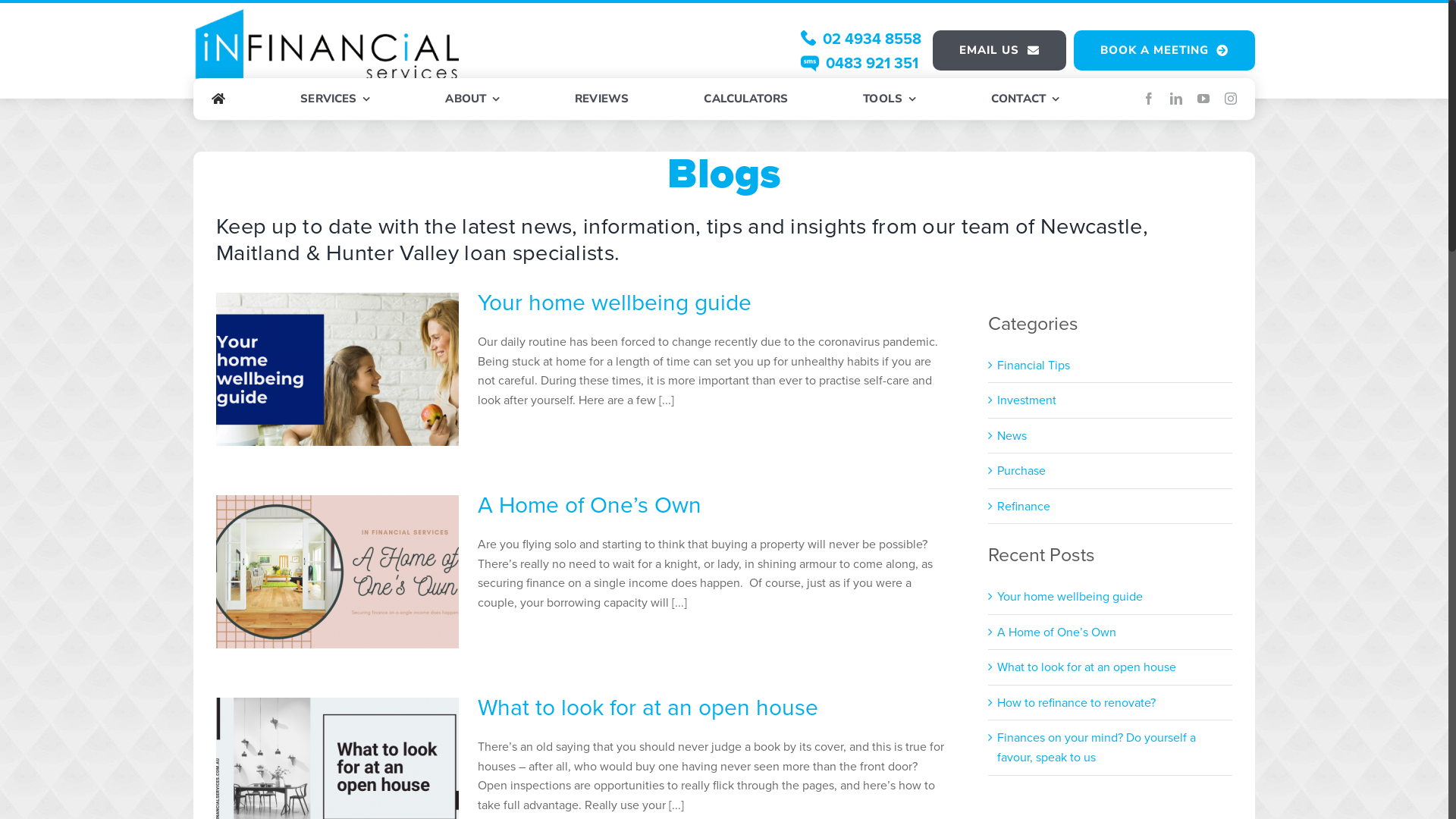 The image size is (1456, 819). What do you see at coordinates (648, 708) in the screenshot?
I see `'What to look for at an open house'` at bounding box center [648, 708].